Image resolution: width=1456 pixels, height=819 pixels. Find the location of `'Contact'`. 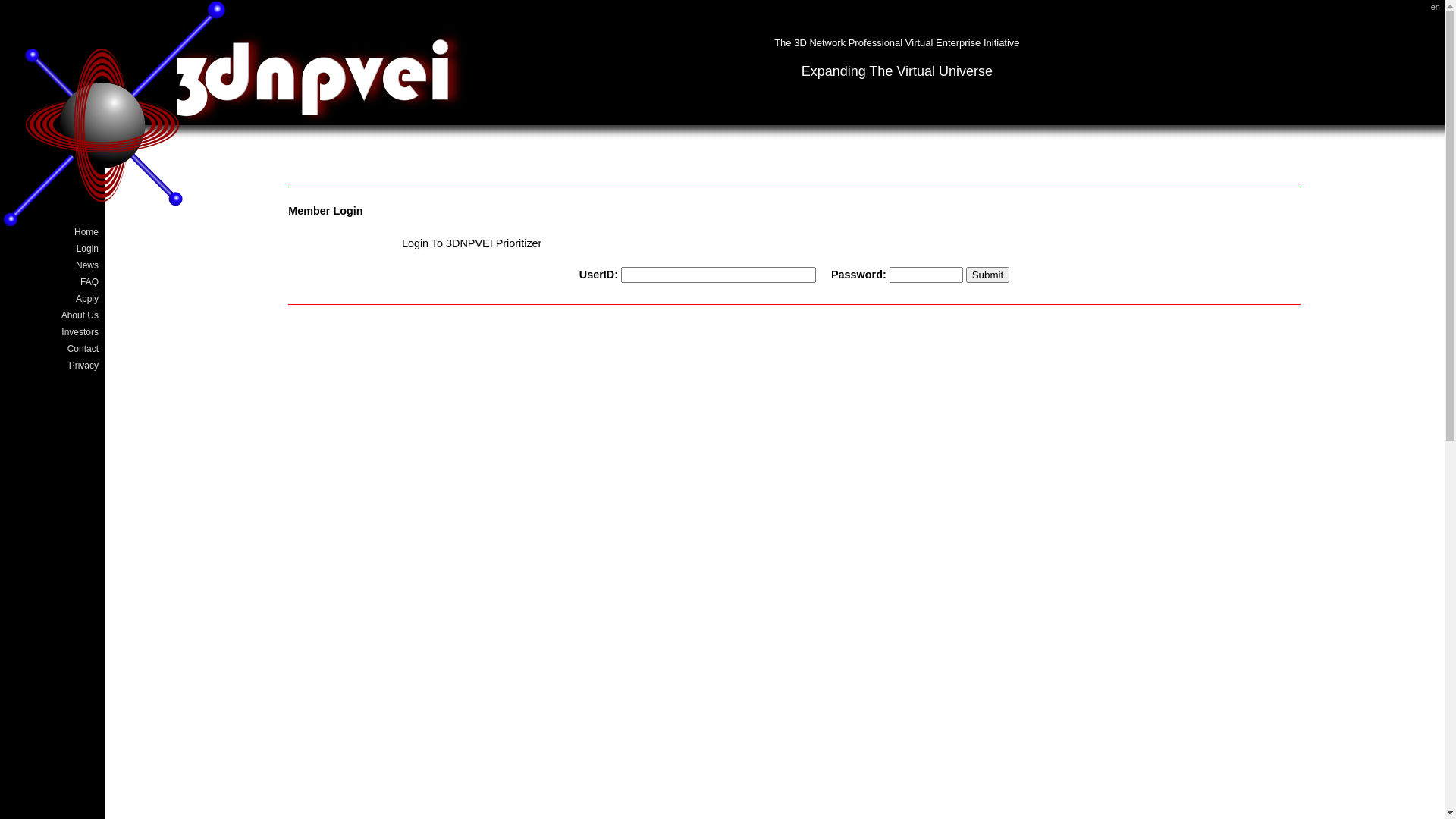

'Contact' is located at coordinates (53, 348).